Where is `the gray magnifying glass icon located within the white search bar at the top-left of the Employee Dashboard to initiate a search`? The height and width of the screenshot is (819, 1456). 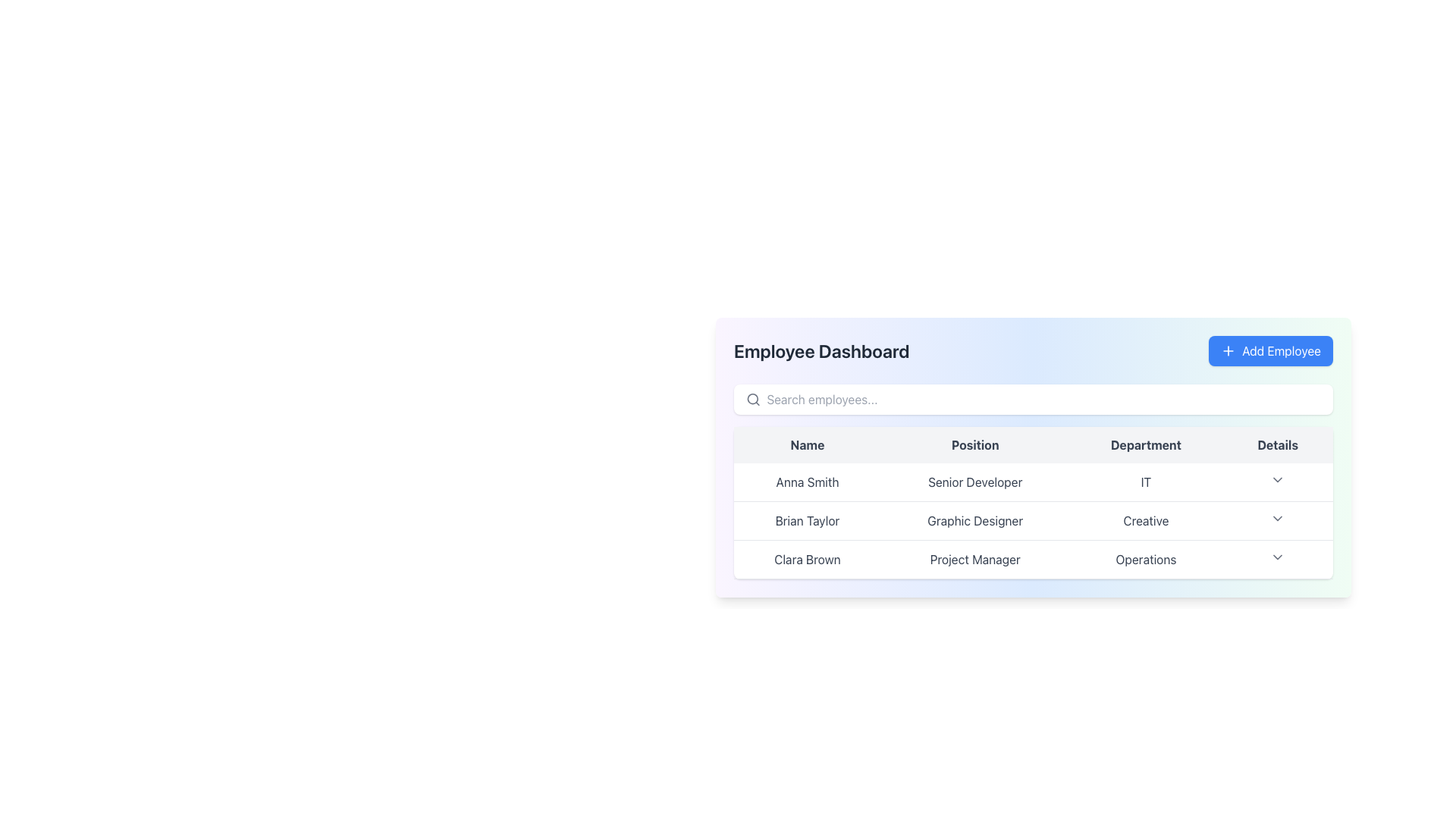 the gray magnifying glass icon located within the white search bar at the top-left of the Employee Dashboard to initiate a search is located at coordinates (753, 399).